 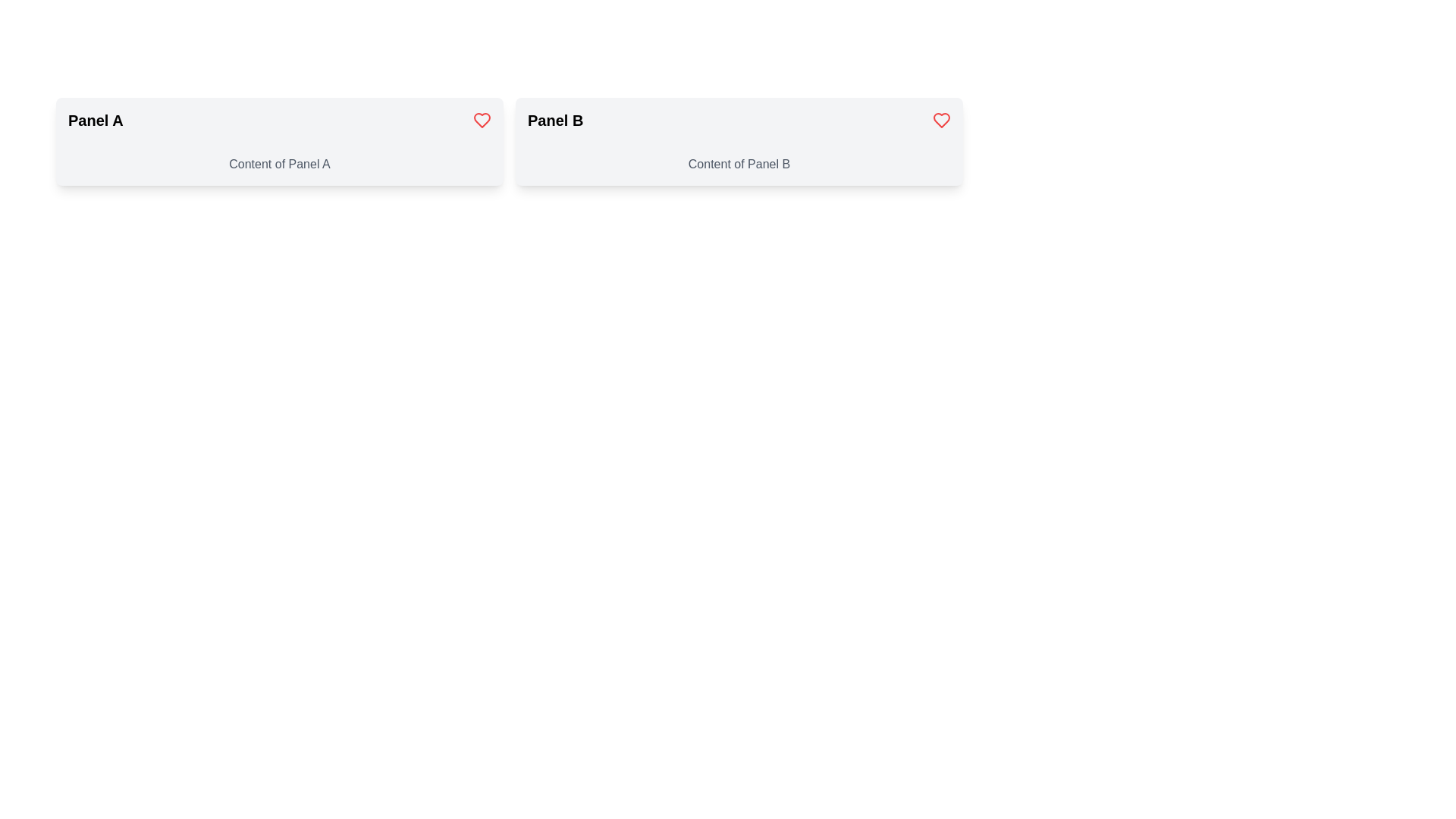 I want to click on text displayed in bold as 'Panel B', which is positioned at the left side of its panel header, so click(x=554, y=119).